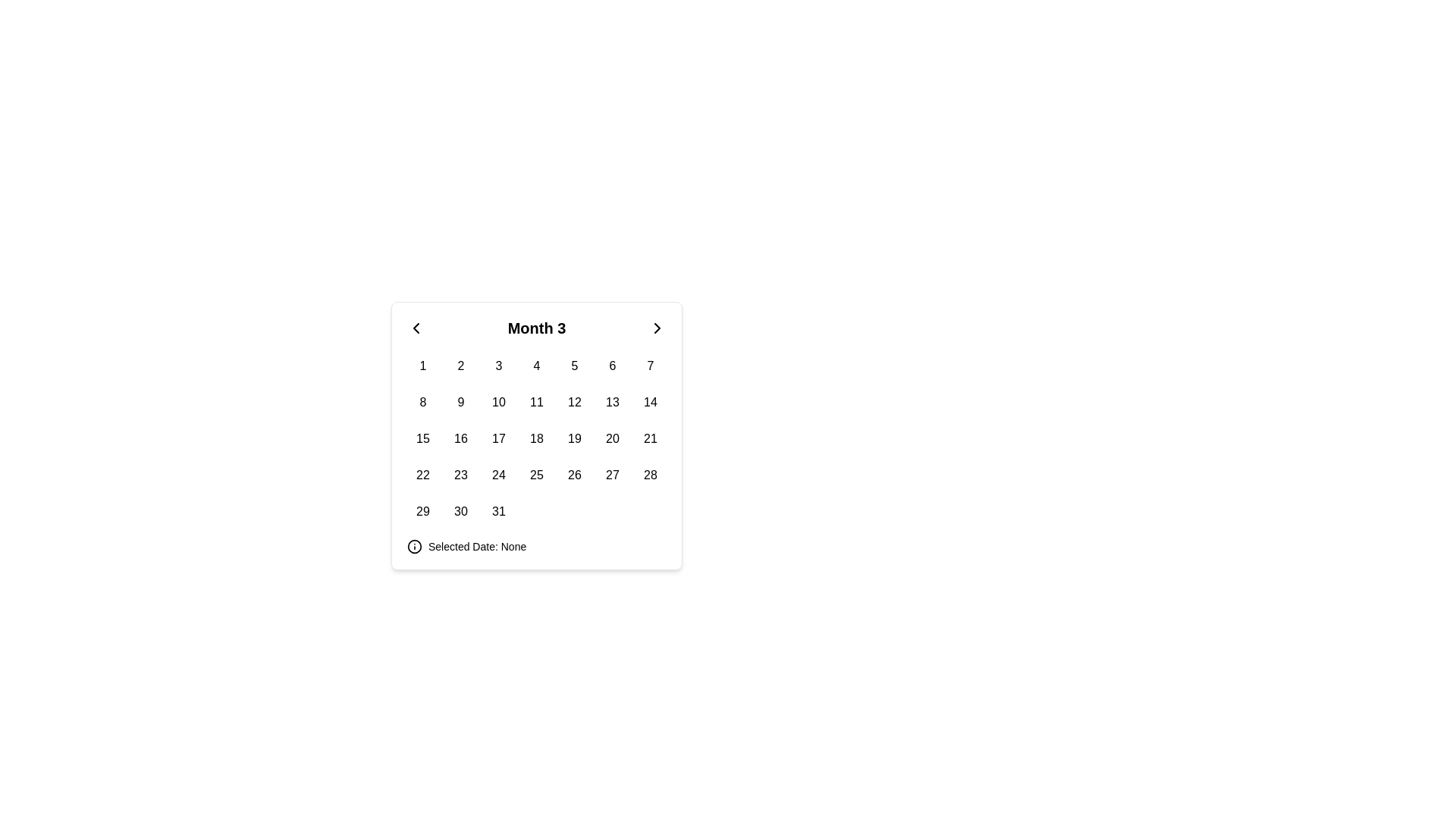 The width and height of the screenshot is (1456, 819). What do you see at coordinates (498, 402) in the screenshot?
I see `the Button-like date element representing the date '10' in the calendar interface` at bounding box center [498, 402].